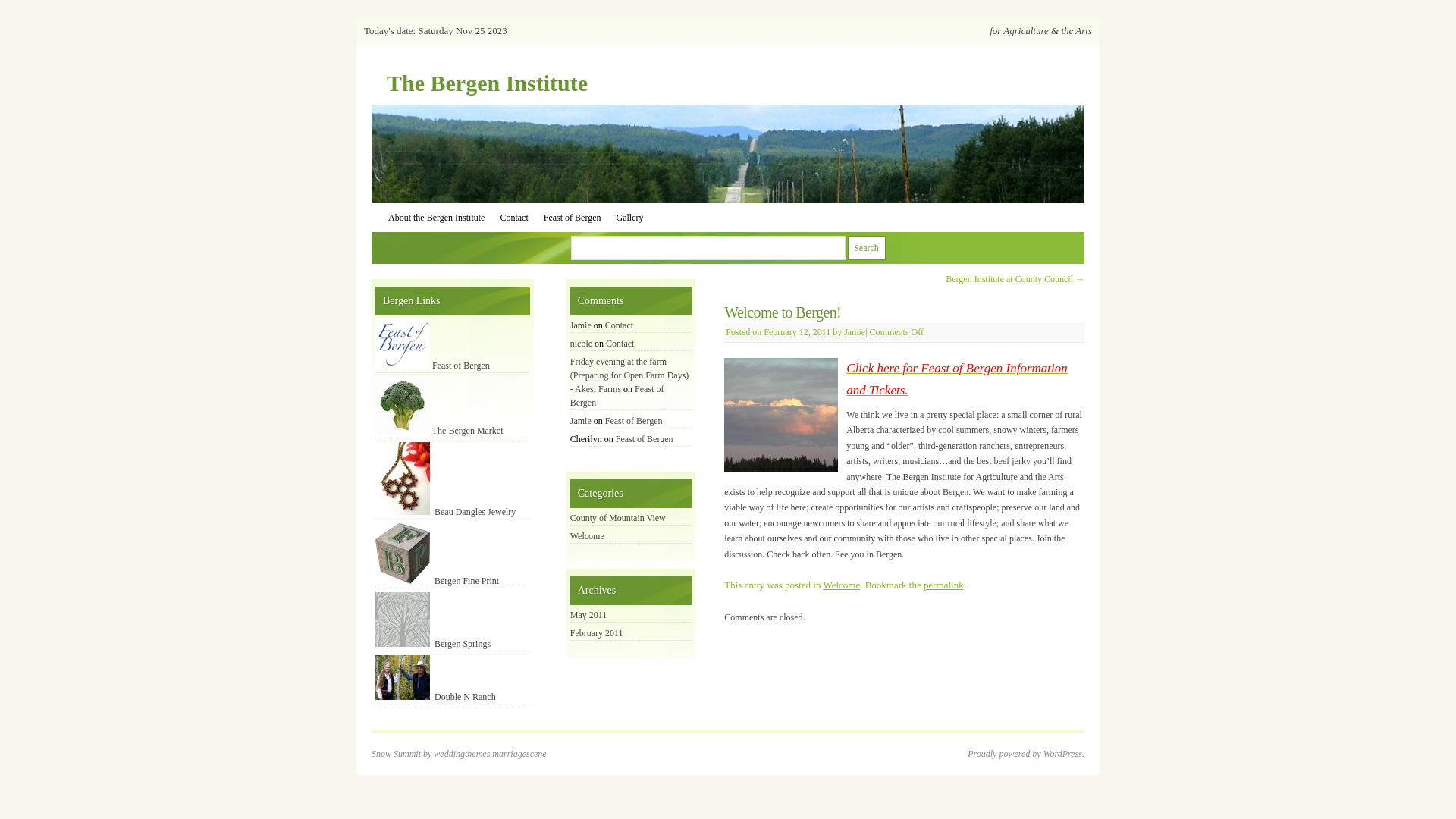  I want to click on 'permalink', so click(943, 584).